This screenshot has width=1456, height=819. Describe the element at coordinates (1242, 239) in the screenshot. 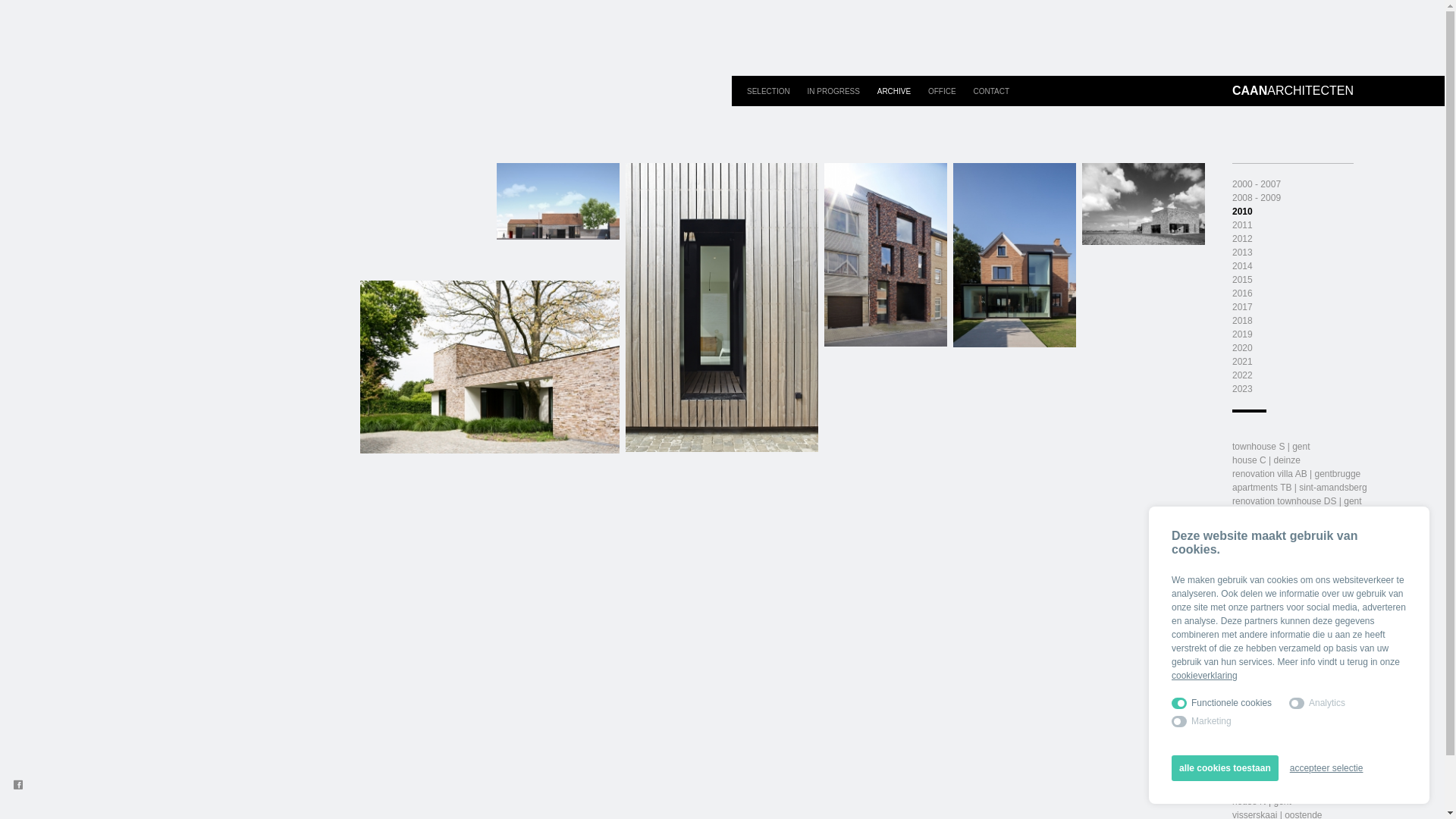

I see `'2012'` at that location.